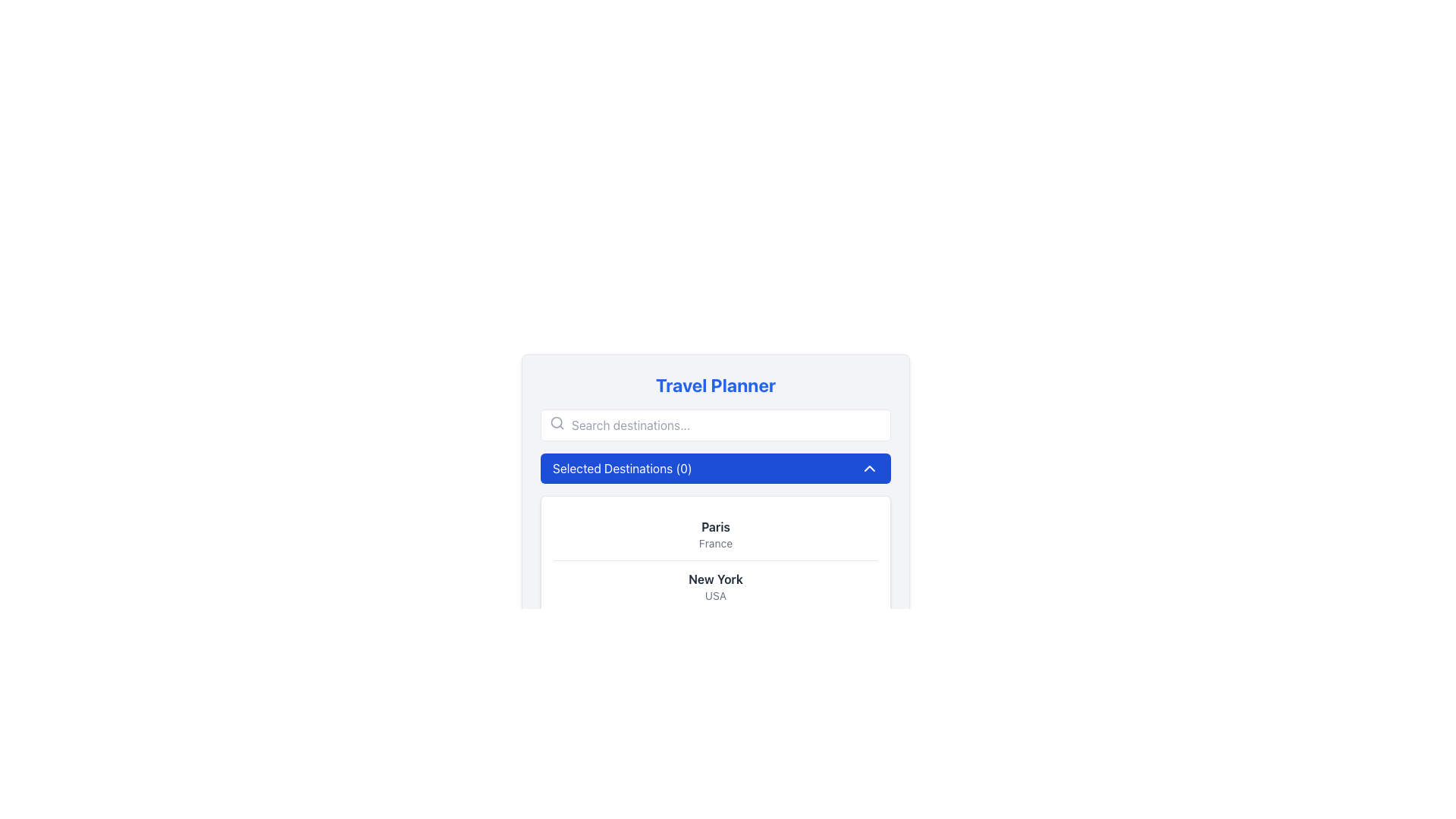 The width and height of the screenshot is (1456, 819). Describe the element at coordinates (556, 422) in the screenshot. I see `the SVG circle graphic representing a feature in the search field located at the top-left corner of the input bar` at that location.